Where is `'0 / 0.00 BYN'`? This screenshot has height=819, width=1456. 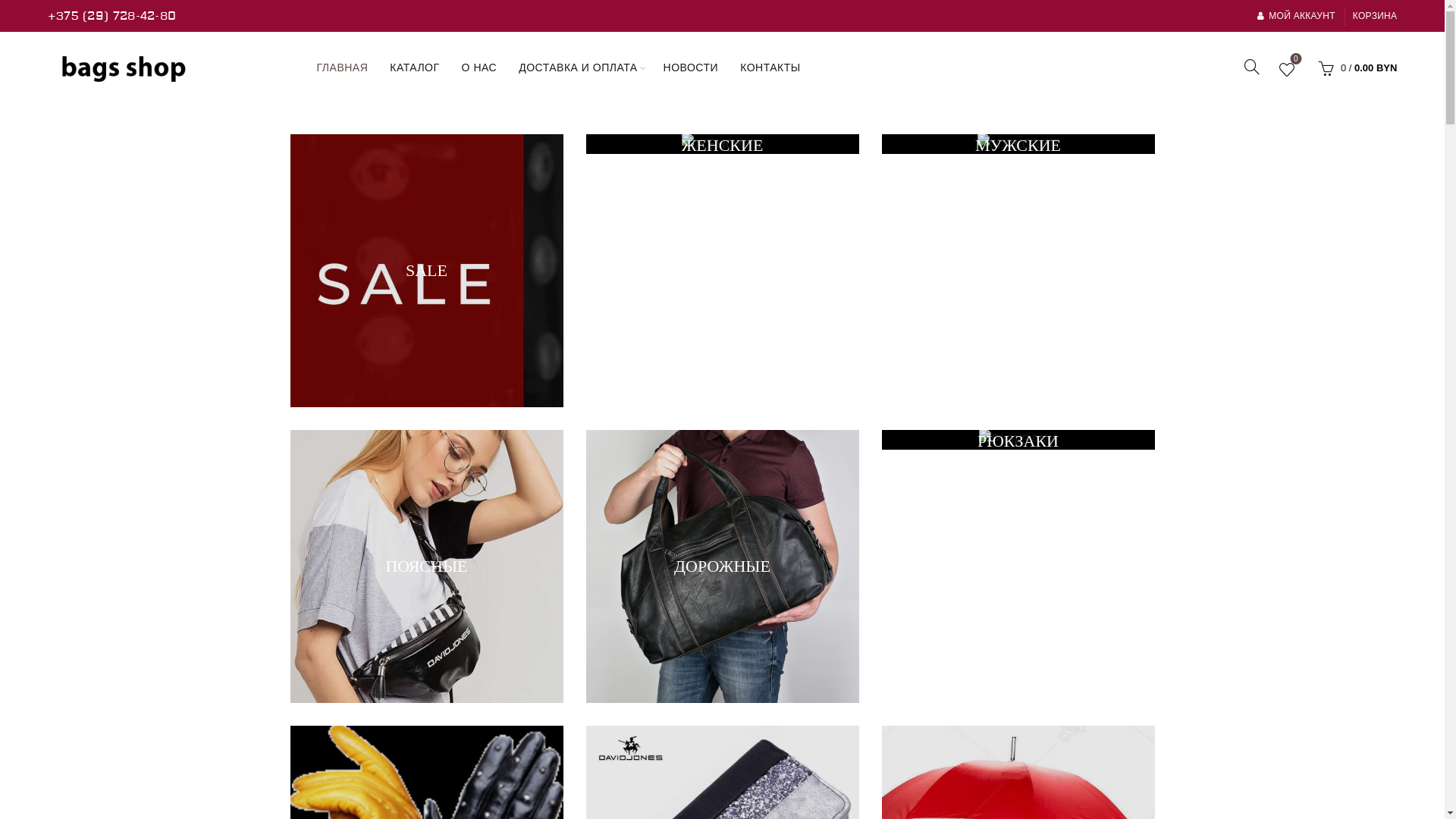
'0 / 0.00 BYN' is located at coordinates (1355, 66).